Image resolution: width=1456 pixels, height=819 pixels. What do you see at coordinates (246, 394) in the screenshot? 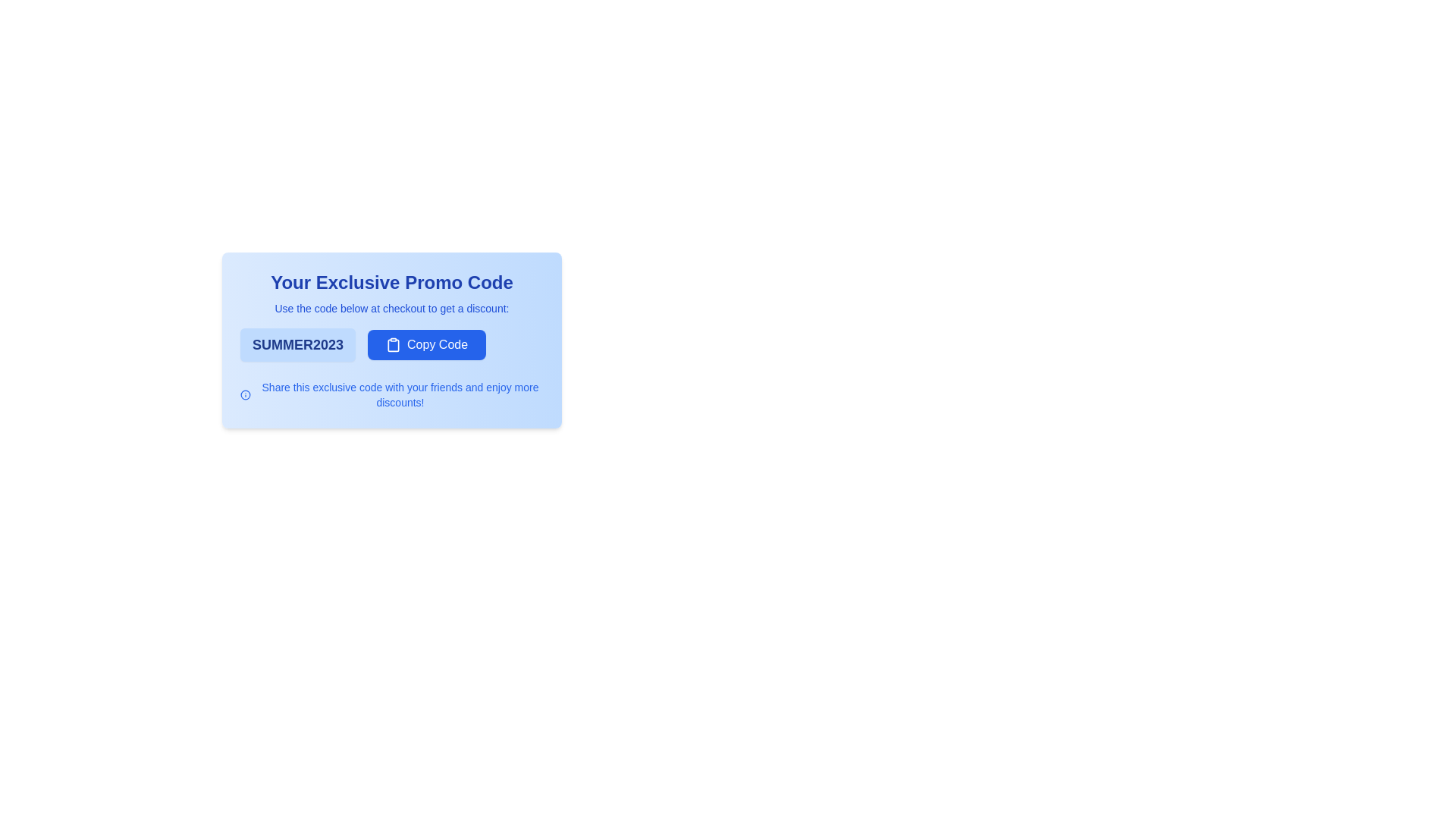
I see `the blue circular outline located within the information icon in the promotional message box` at bounding box center [246, 394].